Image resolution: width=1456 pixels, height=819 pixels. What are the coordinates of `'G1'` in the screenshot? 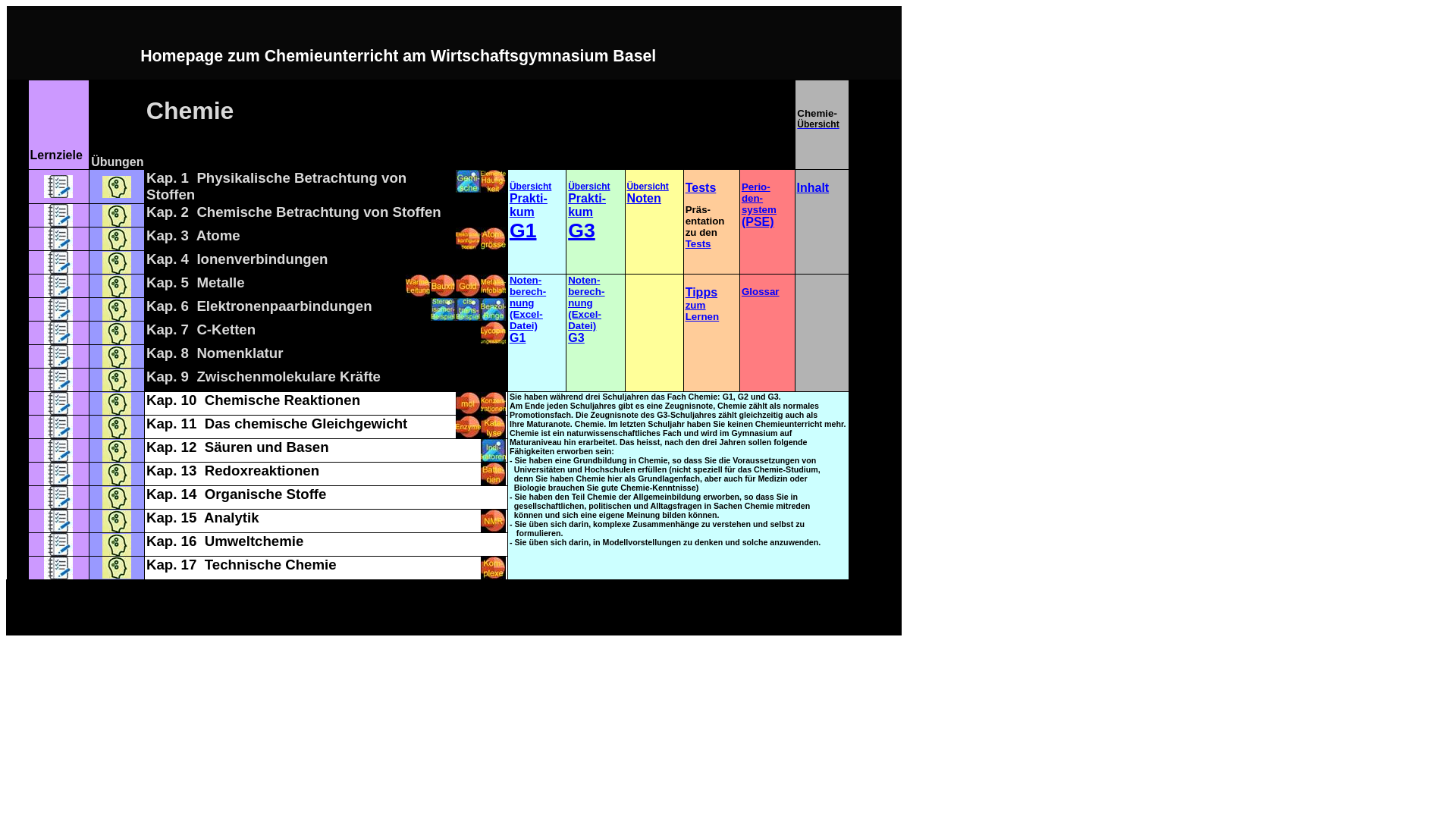 It's located at (517, 337).